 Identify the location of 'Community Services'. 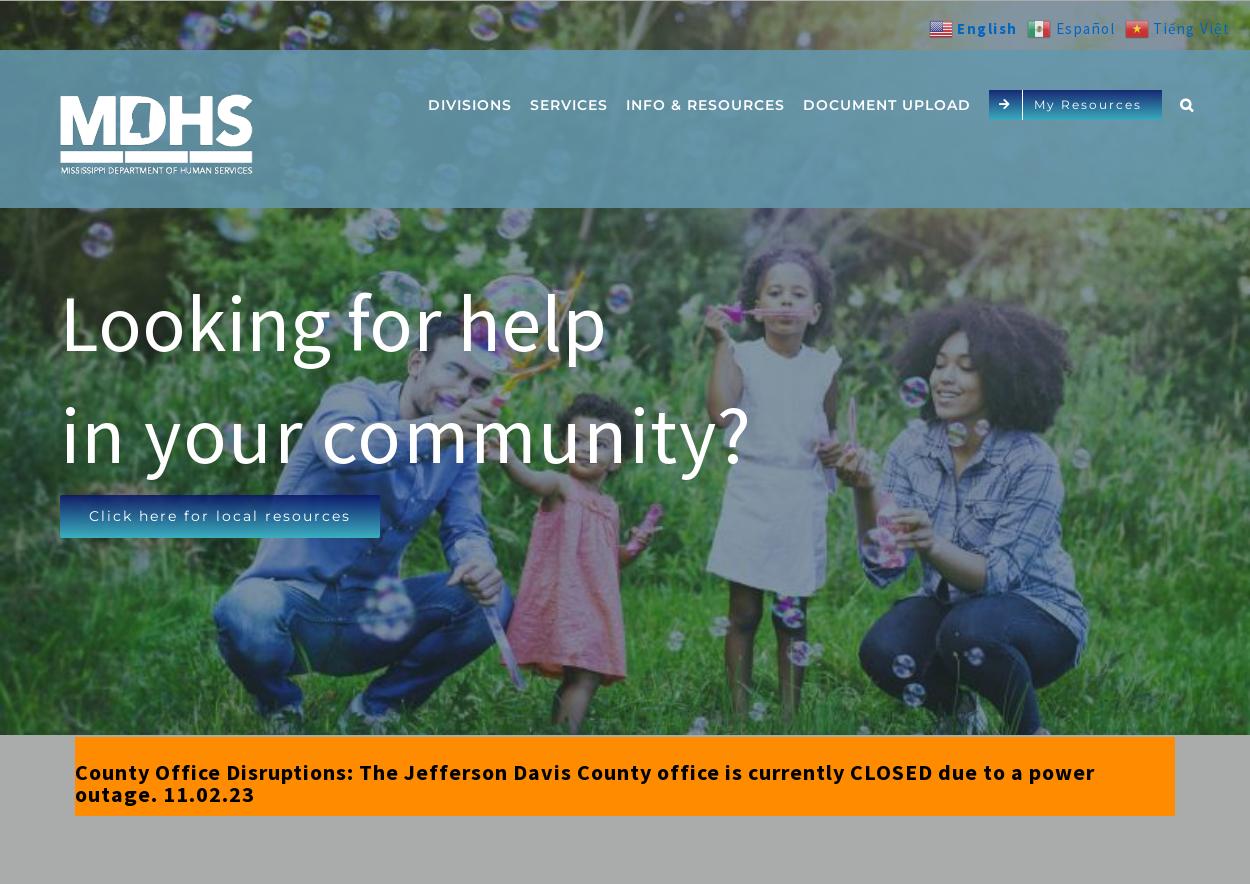
(522, 198).